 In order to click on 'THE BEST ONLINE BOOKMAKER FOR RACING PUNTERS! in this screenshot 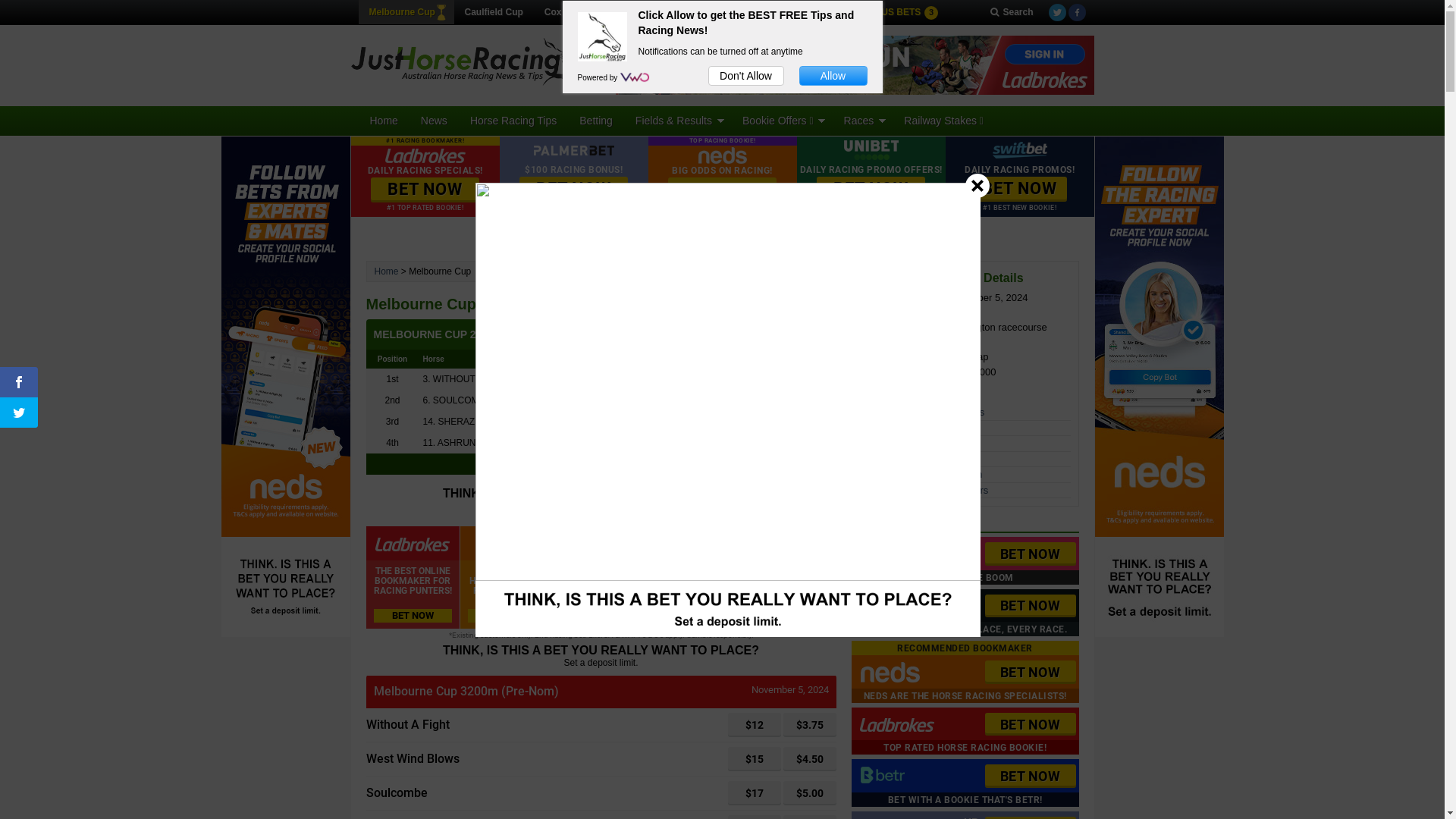, I will do `click(412, 577)`.